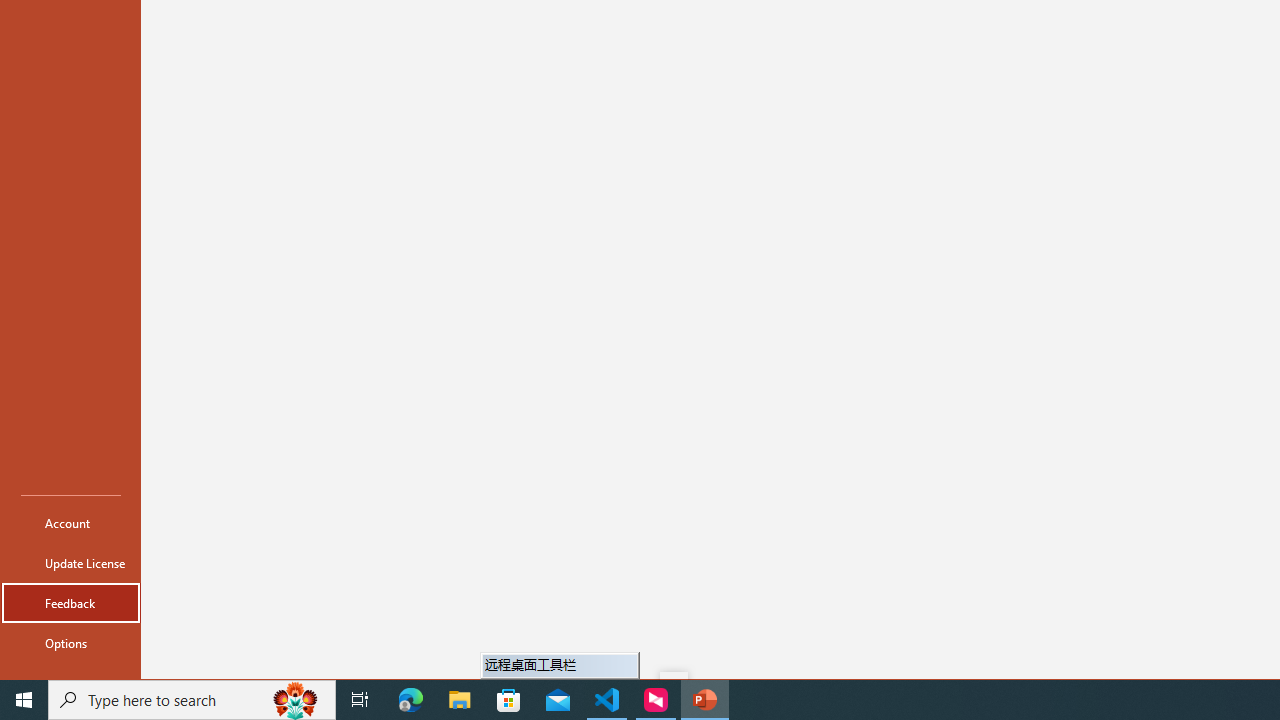 This screenshot has width=1280, height=720. I want to click on 'File Explorer', so click(459, 698).